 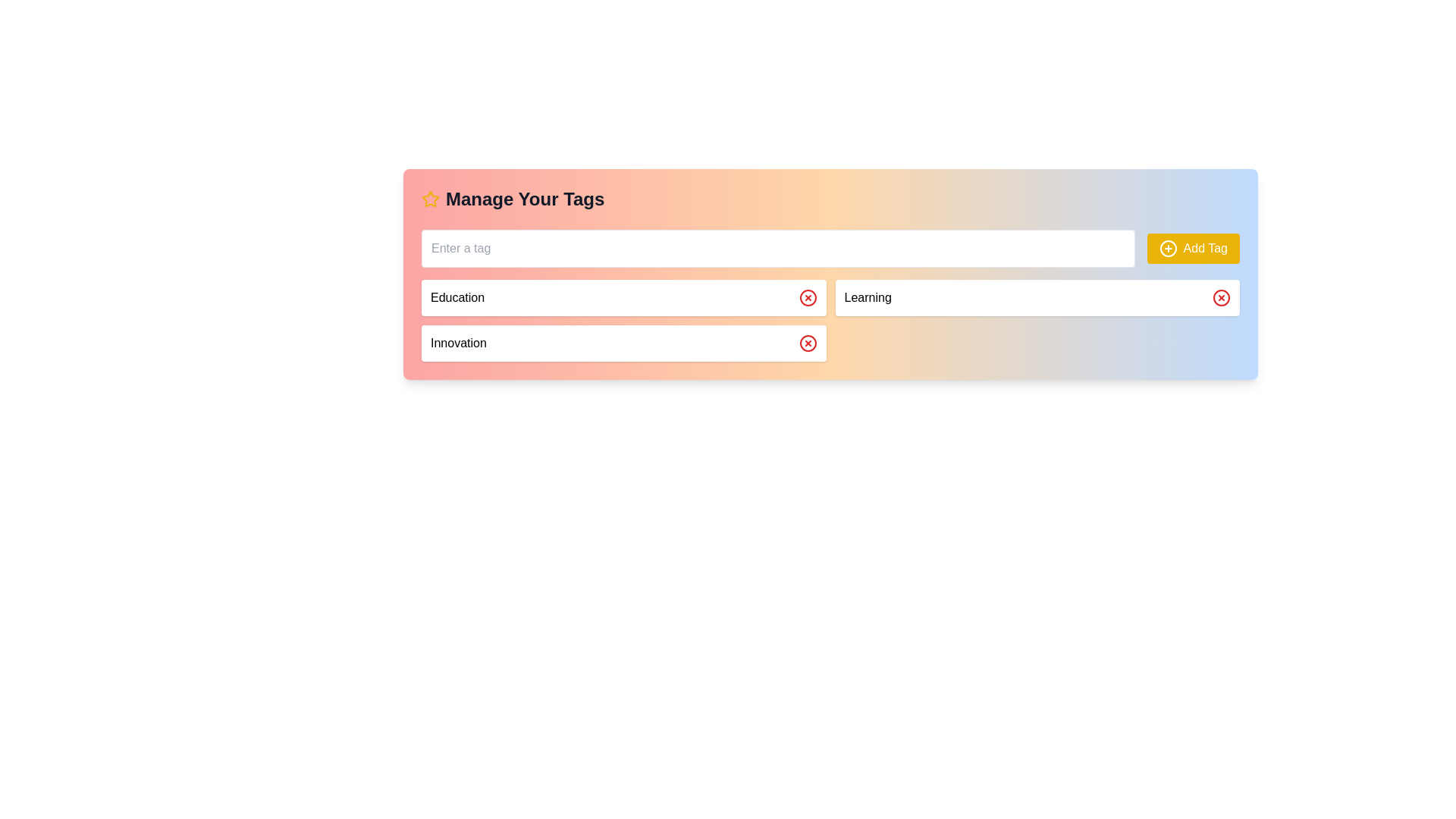 I want to click on the static text label that represents the tag 'Education', which is the first tag in the list and appears above the tag 'Innovation', so click(x=457, y=298).